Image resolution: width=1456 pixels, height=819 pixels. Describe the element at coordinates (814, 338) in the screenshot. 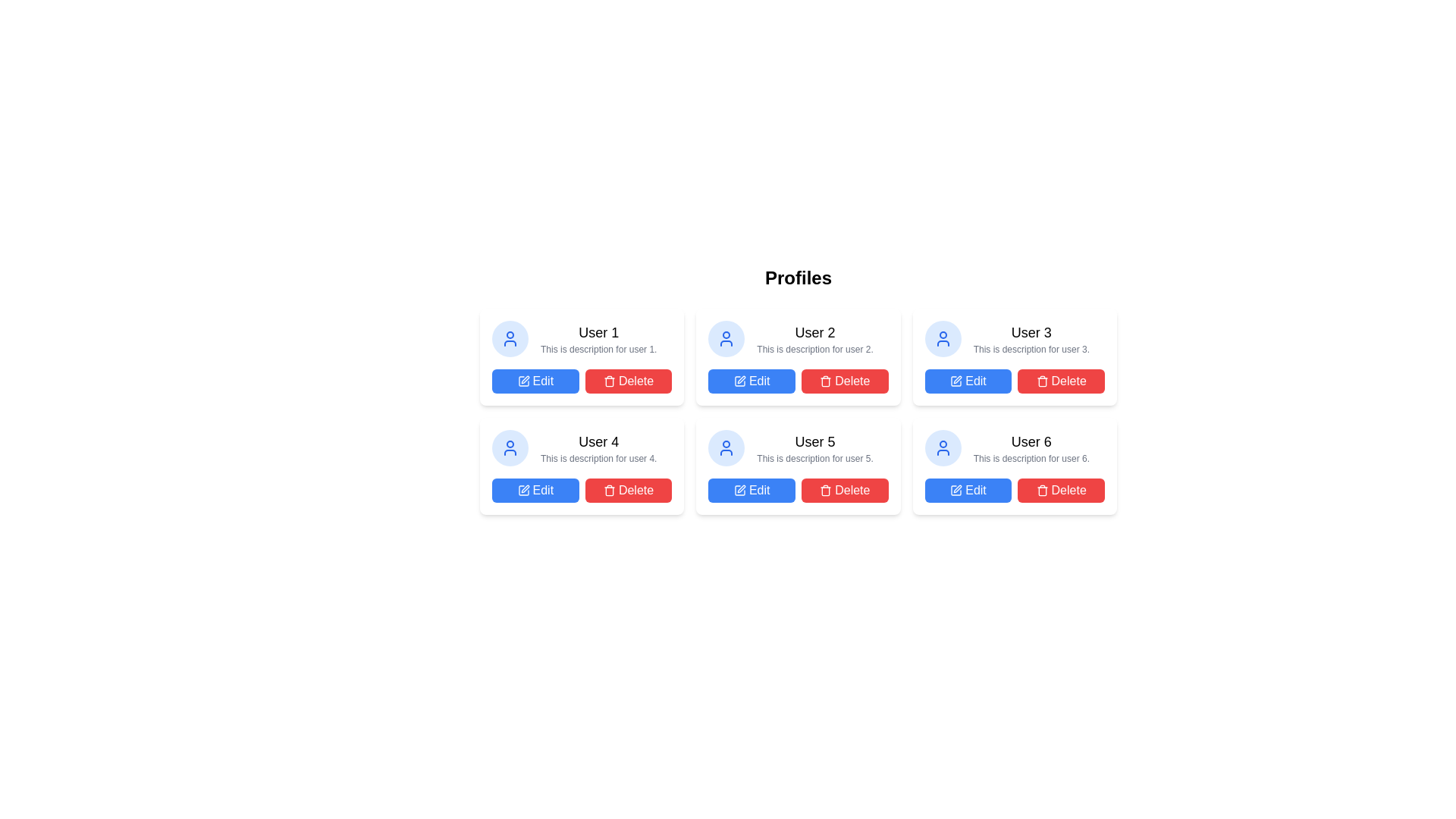

I see `the Text block that provides the name and description of the profile labeled 'User 2', located in the central column under the 'Profiles' section` at that location.